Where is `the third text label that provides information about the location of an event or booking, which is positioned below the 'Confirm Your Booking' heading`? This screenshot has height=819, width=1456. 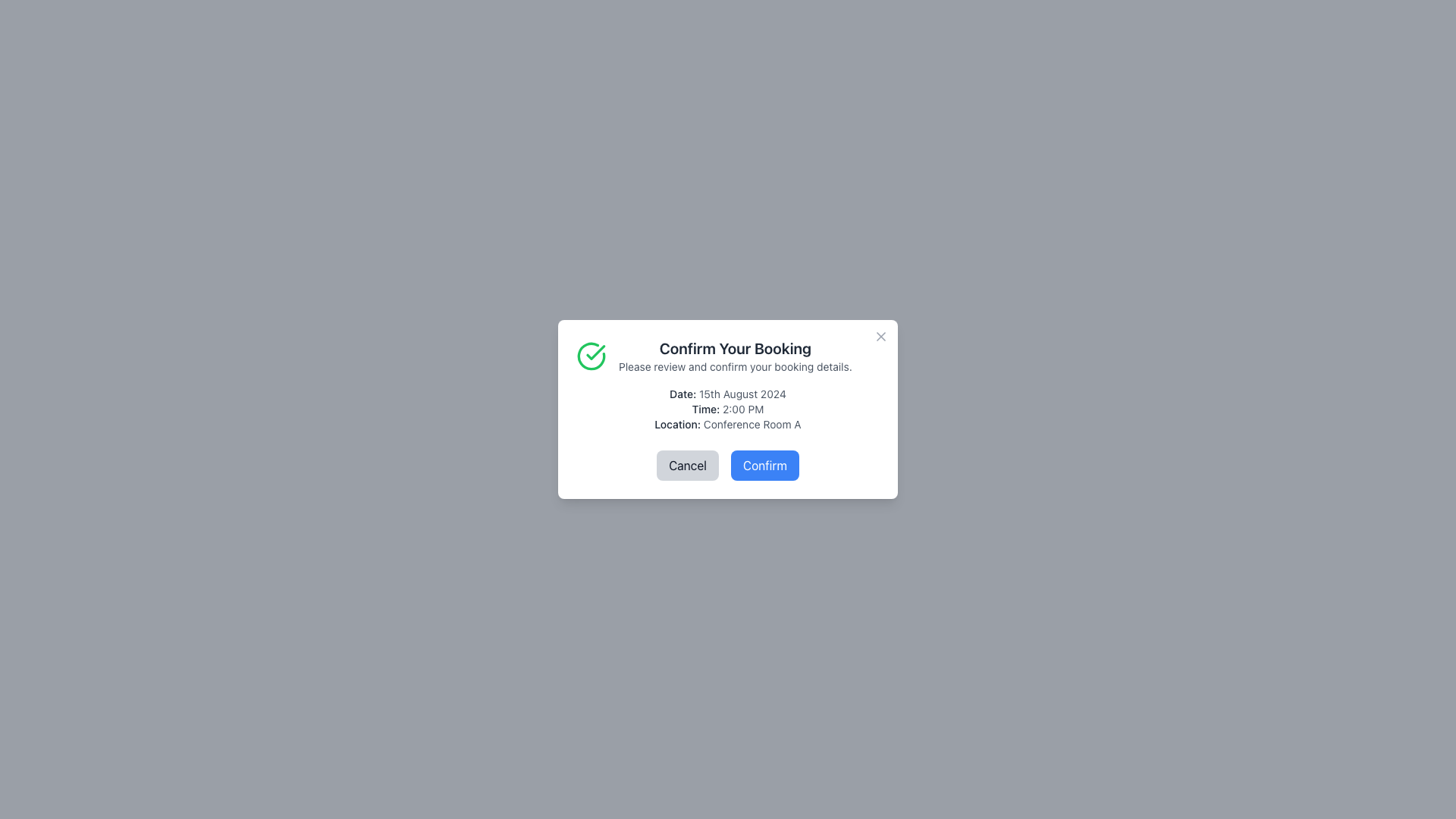
the third text label that provides information about the location of an event or booking, which is positioned below the 'Confirm Your Booking' heading is located at coordinates (728, 424).